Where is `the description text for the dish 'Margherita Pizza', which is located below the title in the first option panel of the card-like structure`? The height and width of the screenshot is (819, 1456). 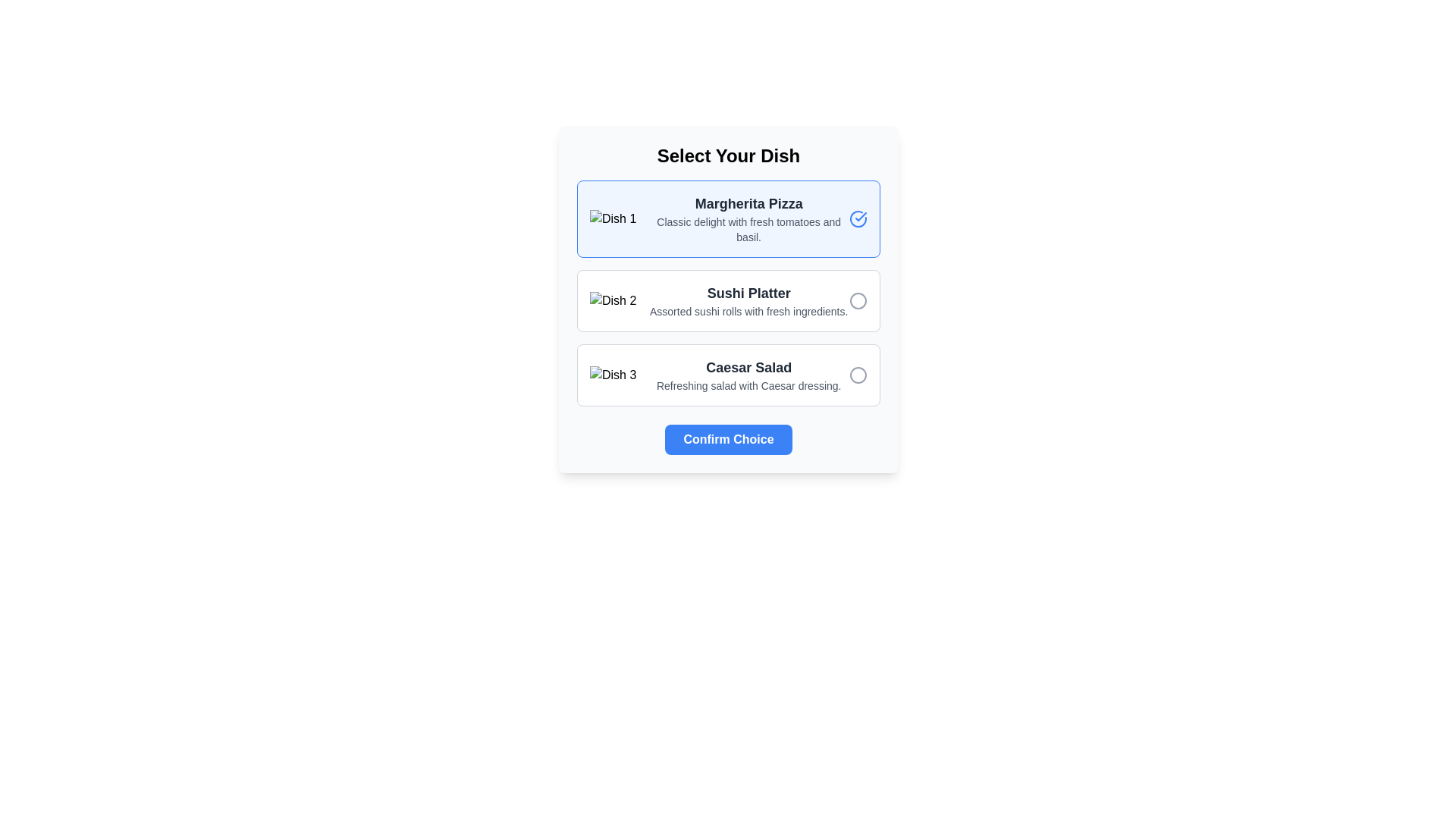
the description text for the dish 'Margherita Pizza', which is located below the title in the first option panel of the card-like structure is located at coordinates (748, 230).